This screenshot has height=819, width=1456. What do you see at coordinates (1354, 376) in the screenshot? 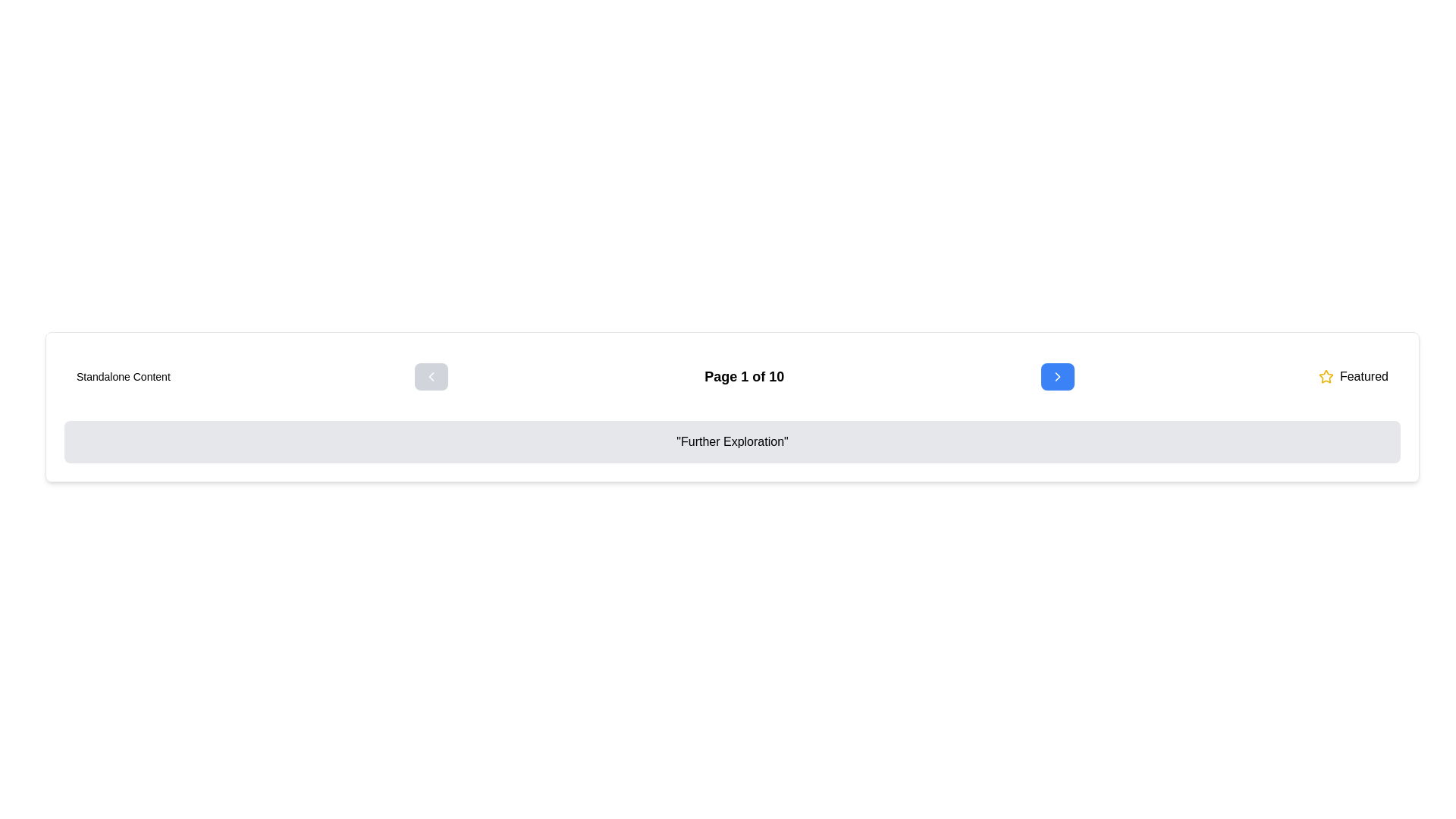
I see `text of the 'Featured' label located next to a star icon with a yellow outline in the top-right corner of the horizontal layout bar` at bounding box center [1354, 376].